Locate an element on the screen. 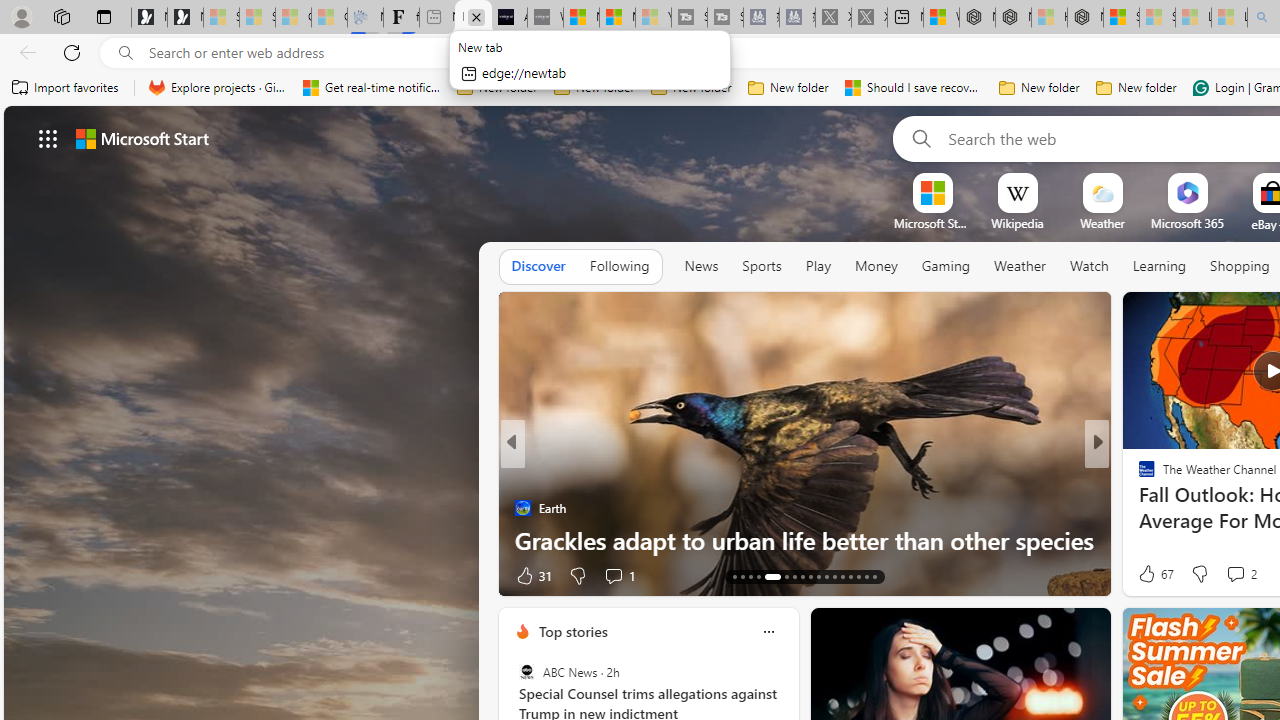 This screenshot has width=1280, height=720. 'Alternet' is located at coordinates (1138, 475).